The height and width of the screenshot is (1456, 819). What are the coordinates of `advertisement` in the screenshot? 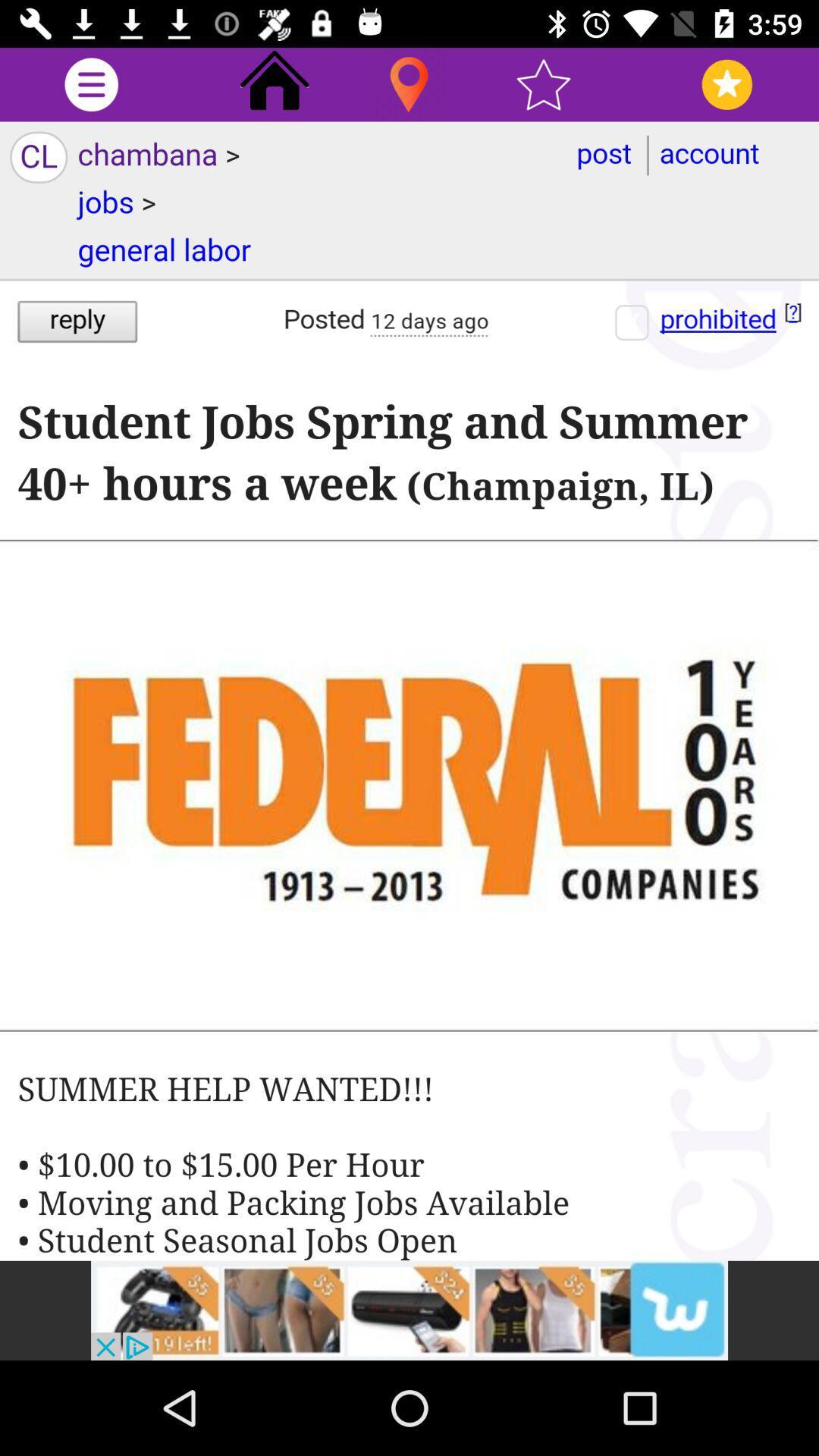 It's located at (409, 1310).